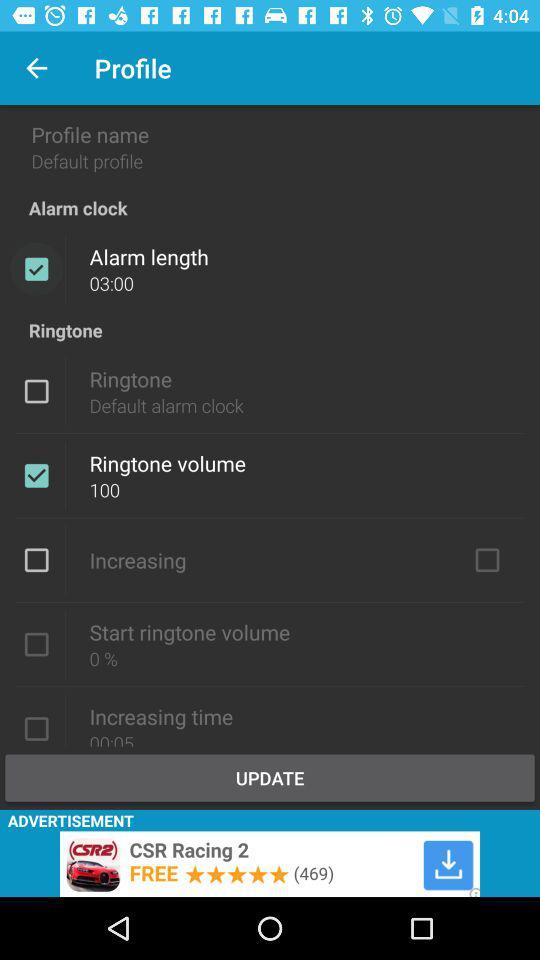 This screenshot has height=960, width=540. What do you see at coordinates (36, 560) in the screenshot?
I see `tick the box` at bounding box center [36, 560].